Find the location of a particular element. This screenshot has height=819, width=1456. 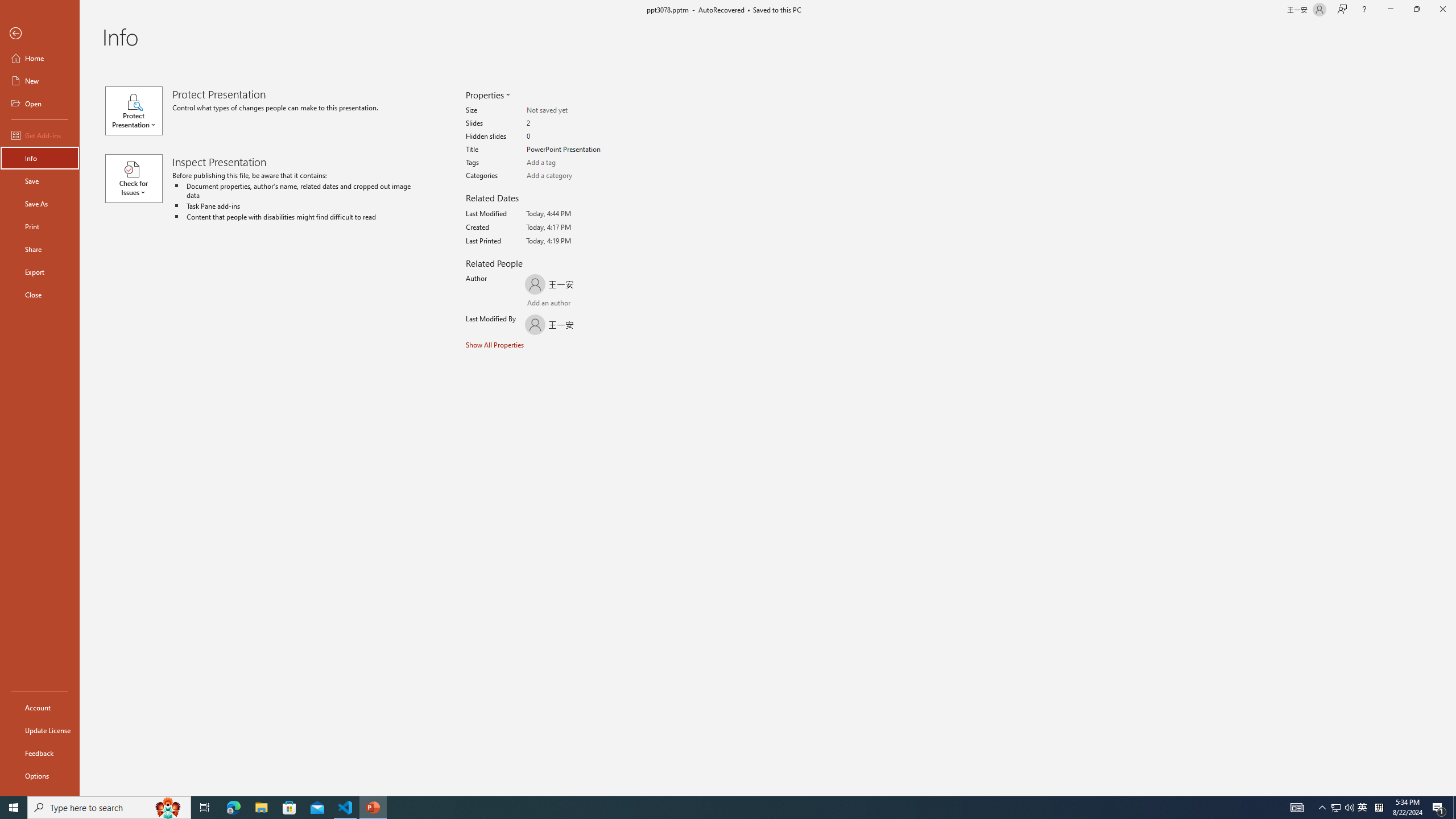

'Properties' is located at coordinates (487, 94).